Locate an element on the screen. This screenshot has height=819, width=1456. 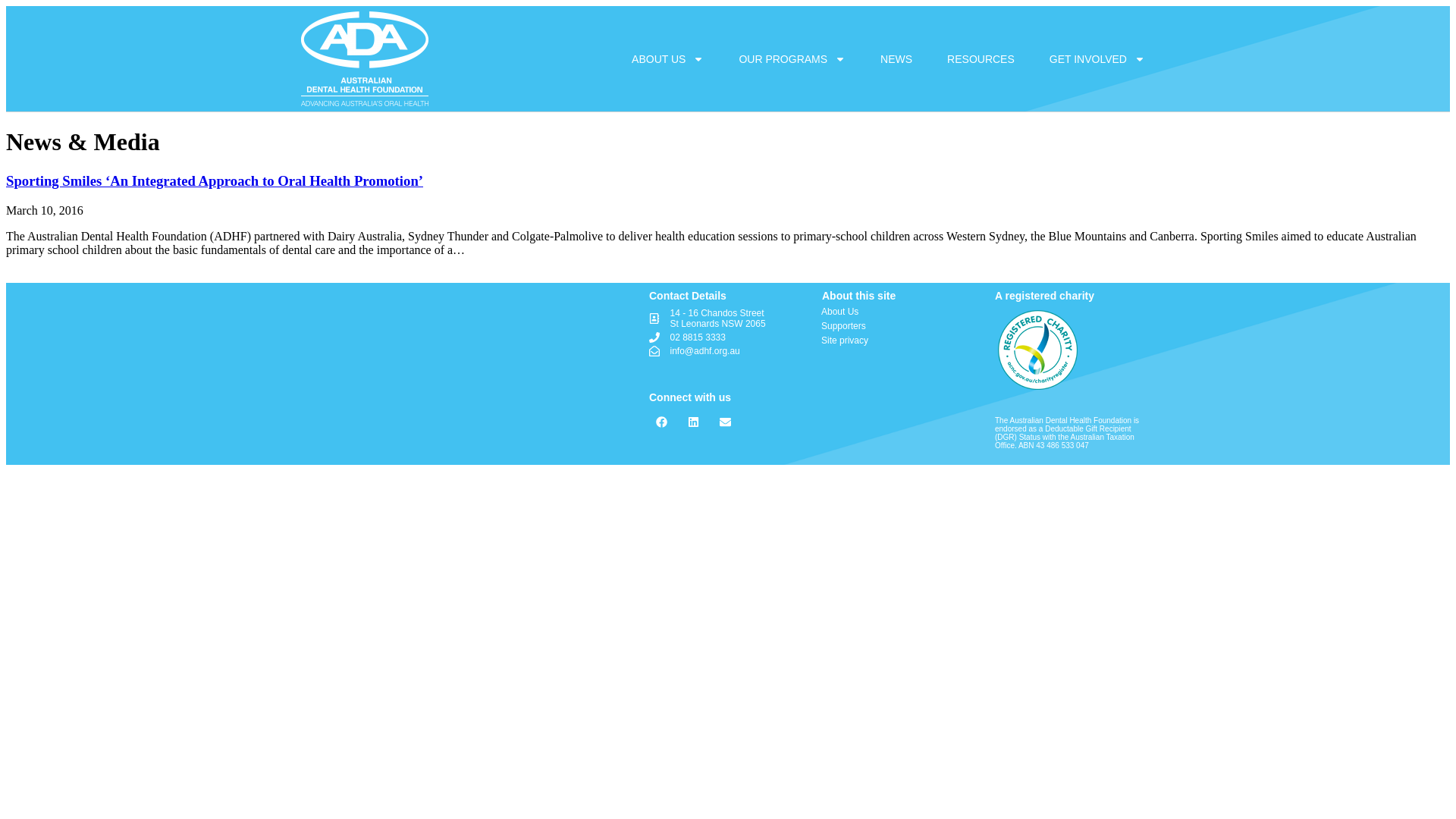
'Site privacy' is located at coordinates (898, 339).